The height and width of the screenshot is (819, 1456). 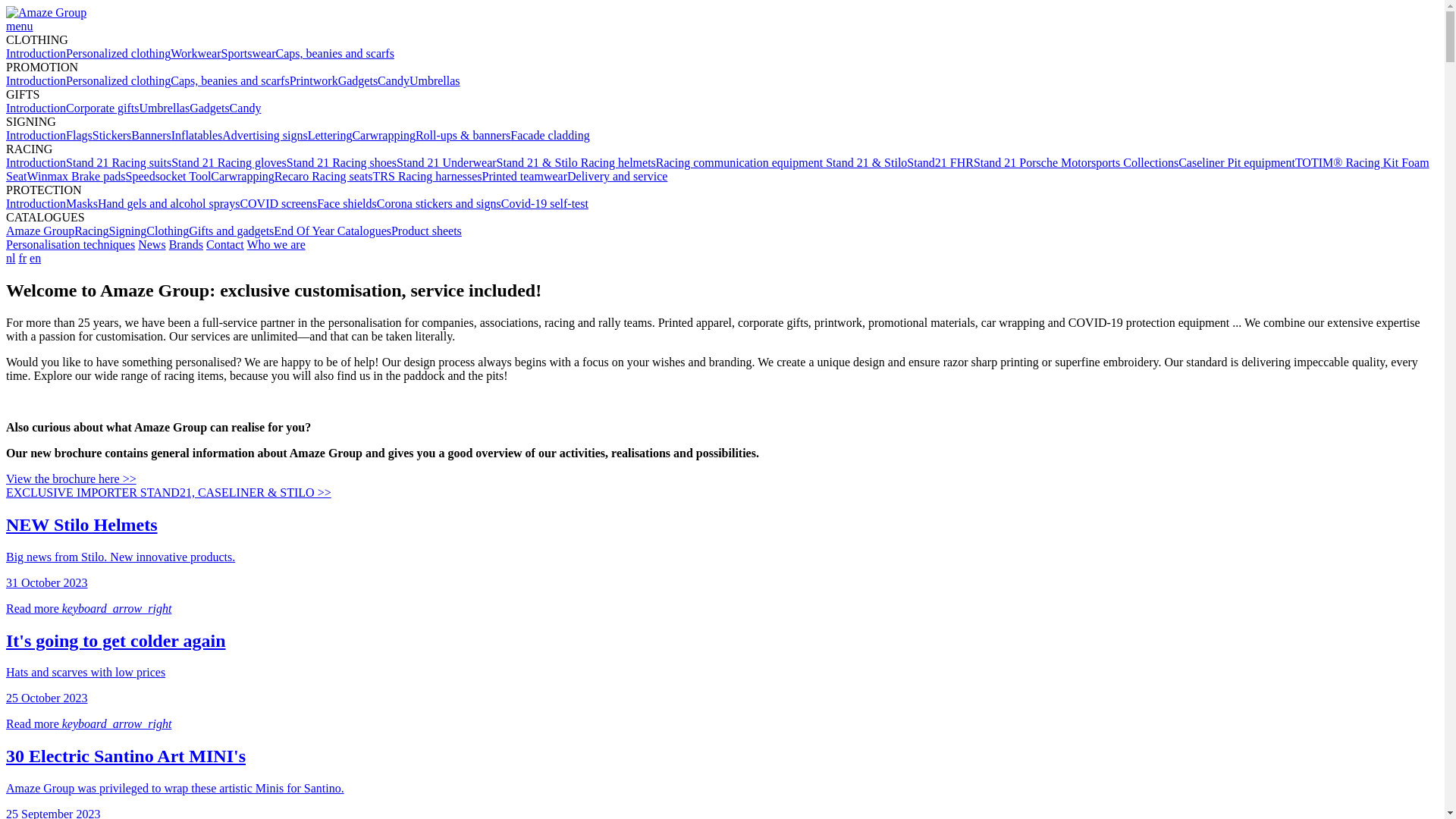 I want to click on 'Introduction', so click(x=36, y=107).